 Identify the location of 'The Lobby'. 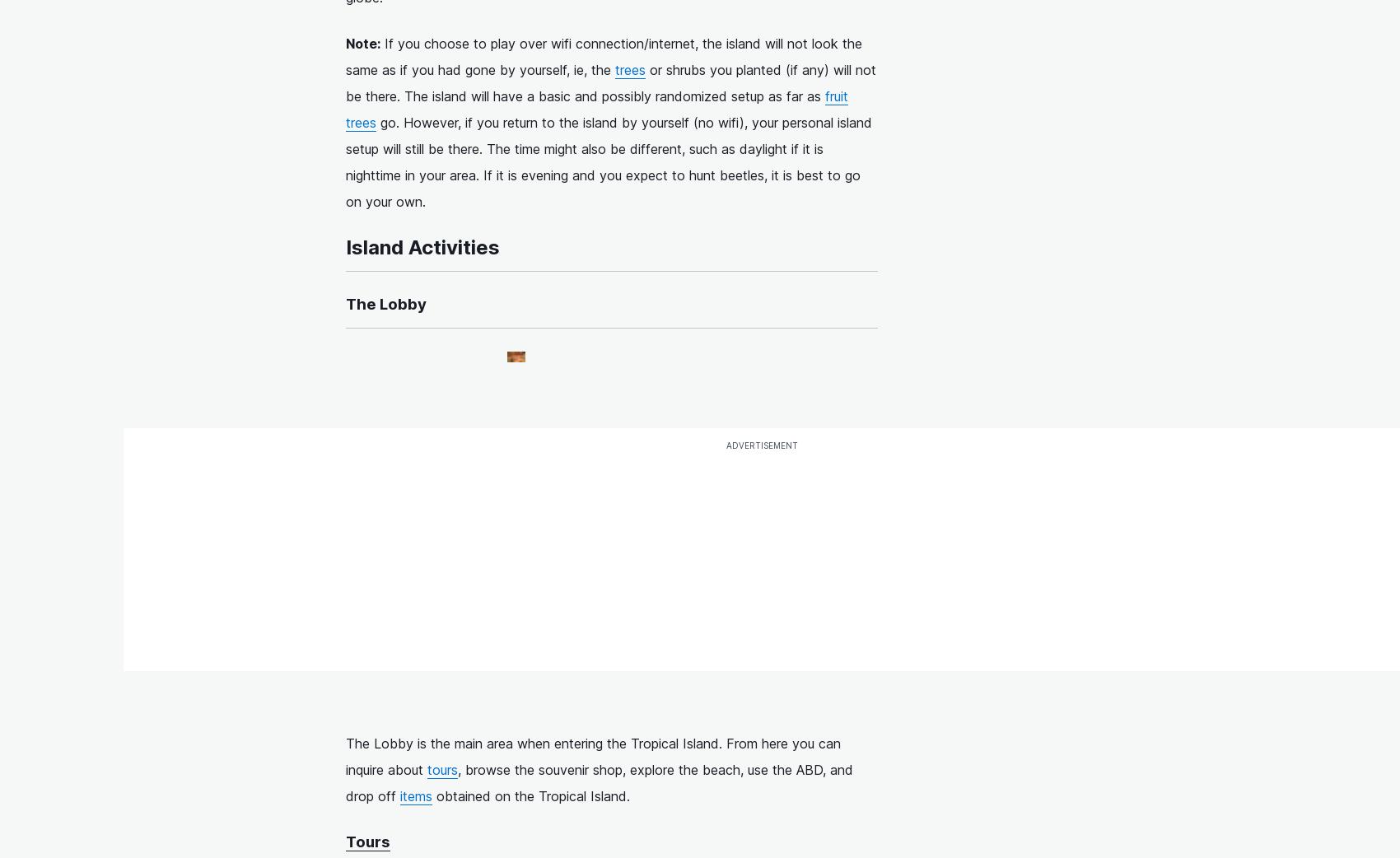
(386, 303).